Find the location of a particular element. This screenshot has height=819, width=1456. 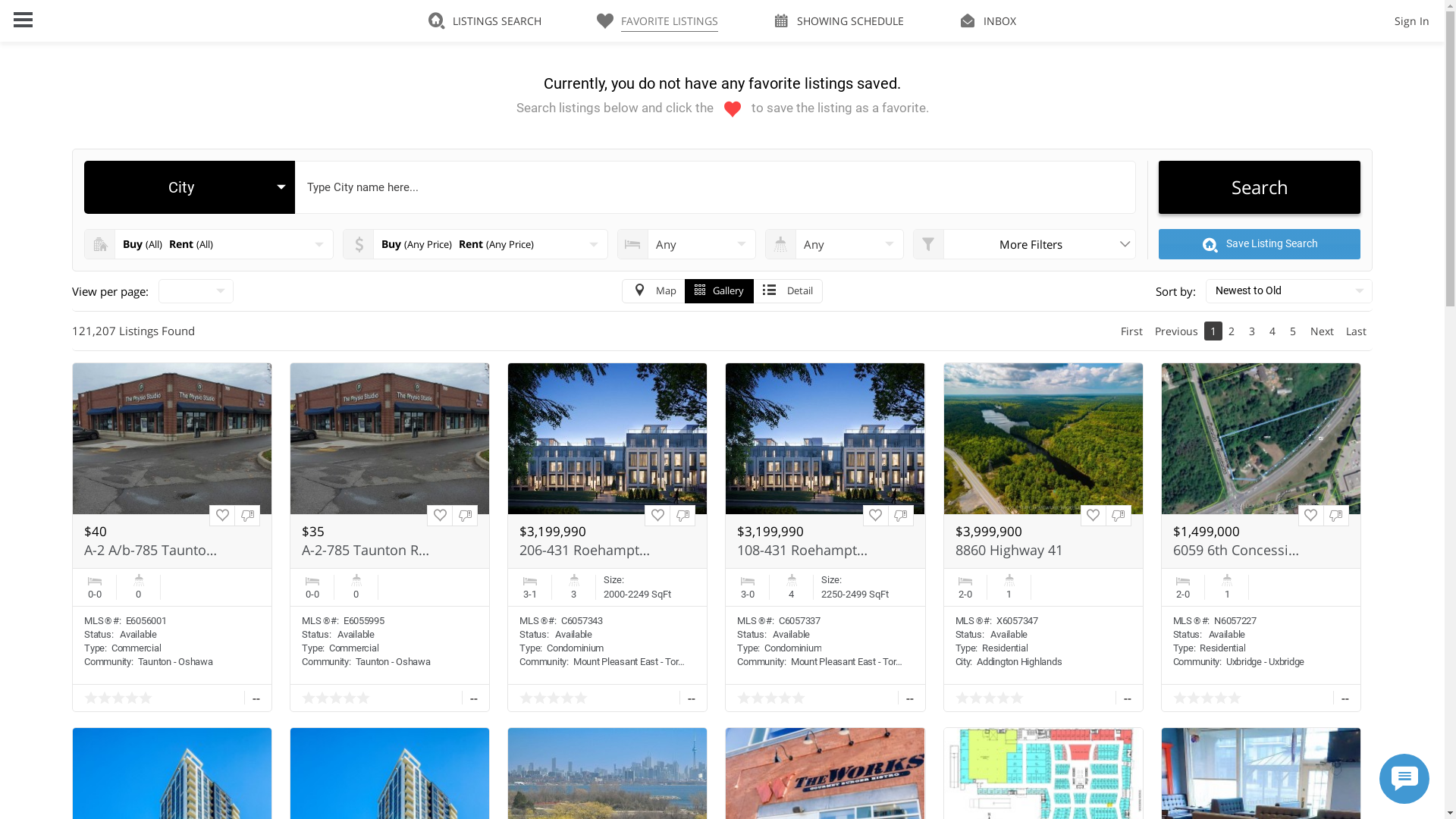

'Any' is located at coordinates (833, 243).